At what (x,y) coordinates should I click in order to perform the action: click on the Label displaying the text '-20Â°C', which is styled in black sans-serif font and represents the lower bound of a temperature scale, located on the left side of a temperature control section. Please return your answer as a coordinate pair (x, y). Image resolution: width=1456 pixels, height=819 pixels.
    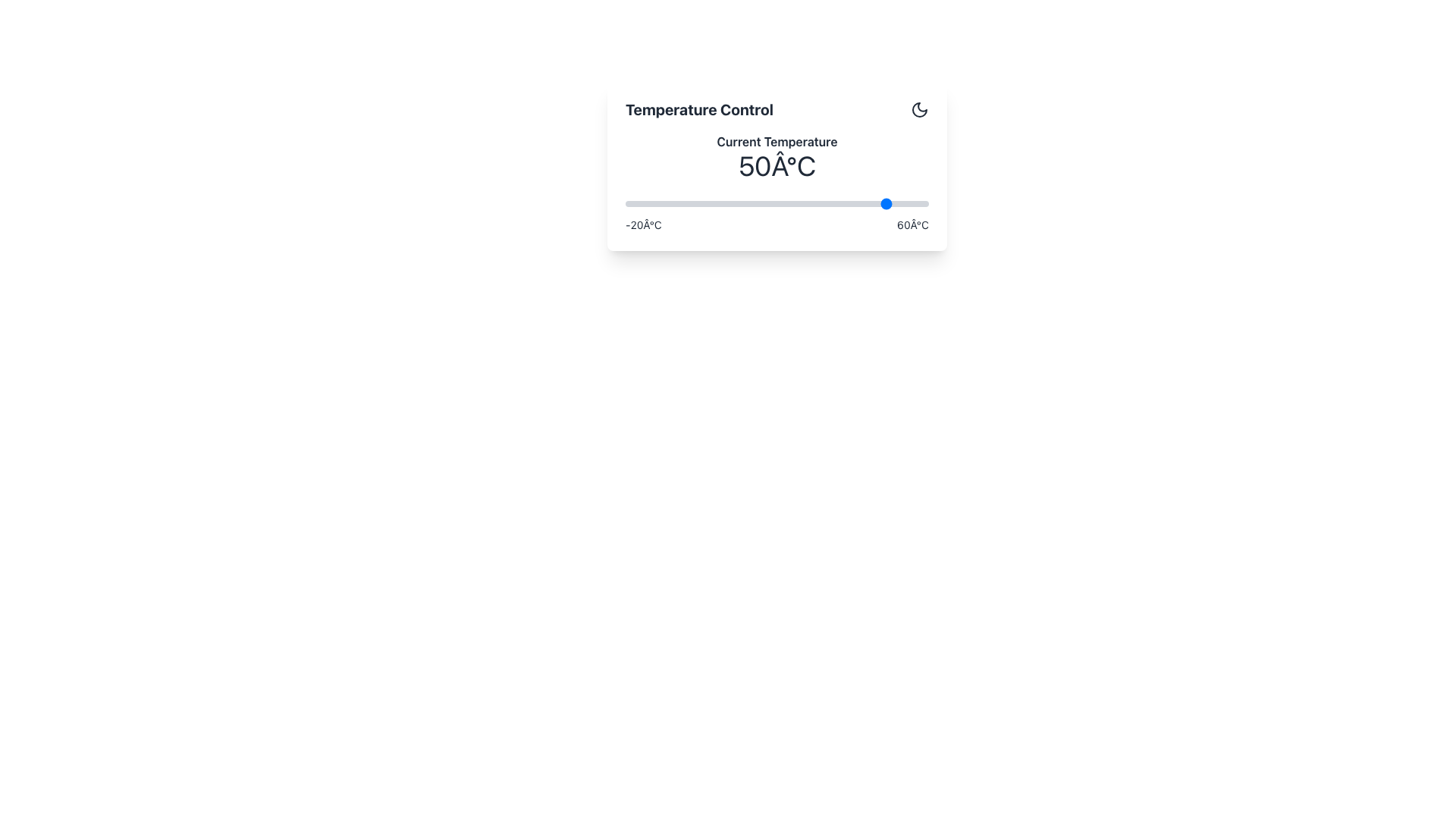
    Looking at the image, I should click on (643, 225).